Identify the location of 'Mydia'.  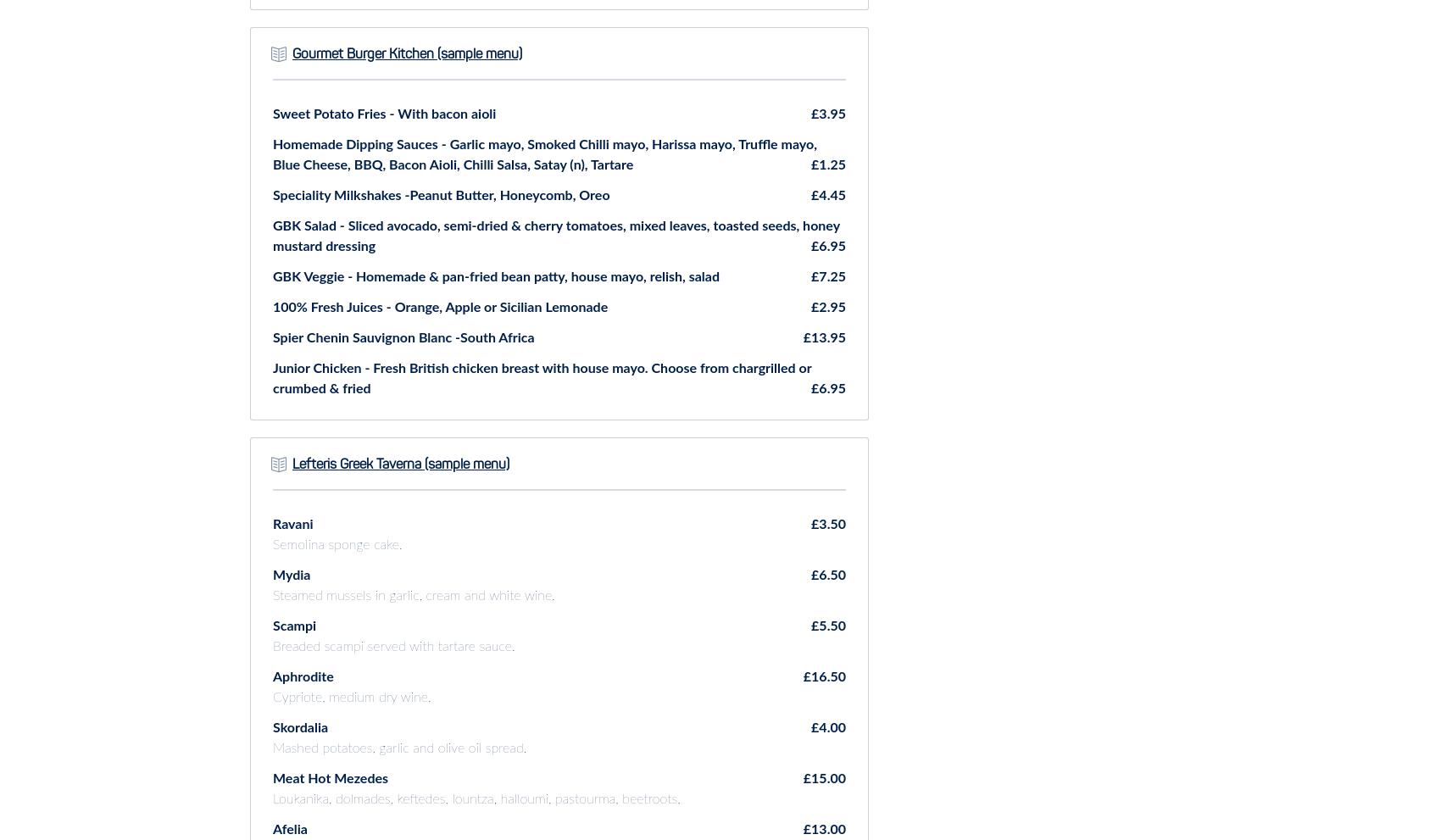
(291, 575).